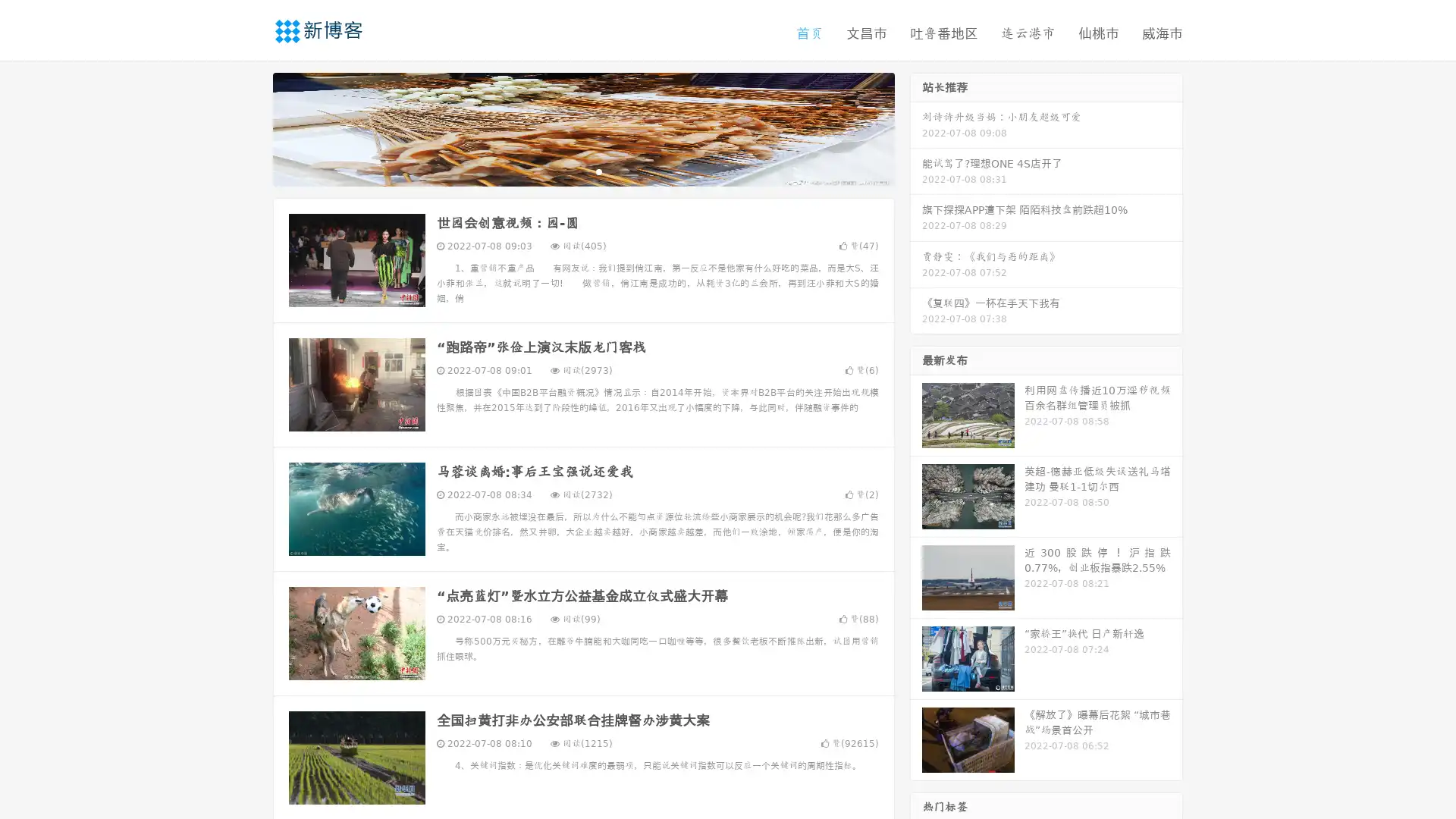 The image size is (1456, 819). What do you see at coordinates (916, 127) in the screenshot?
I see `Next slide` at bounding box center [916, 127].